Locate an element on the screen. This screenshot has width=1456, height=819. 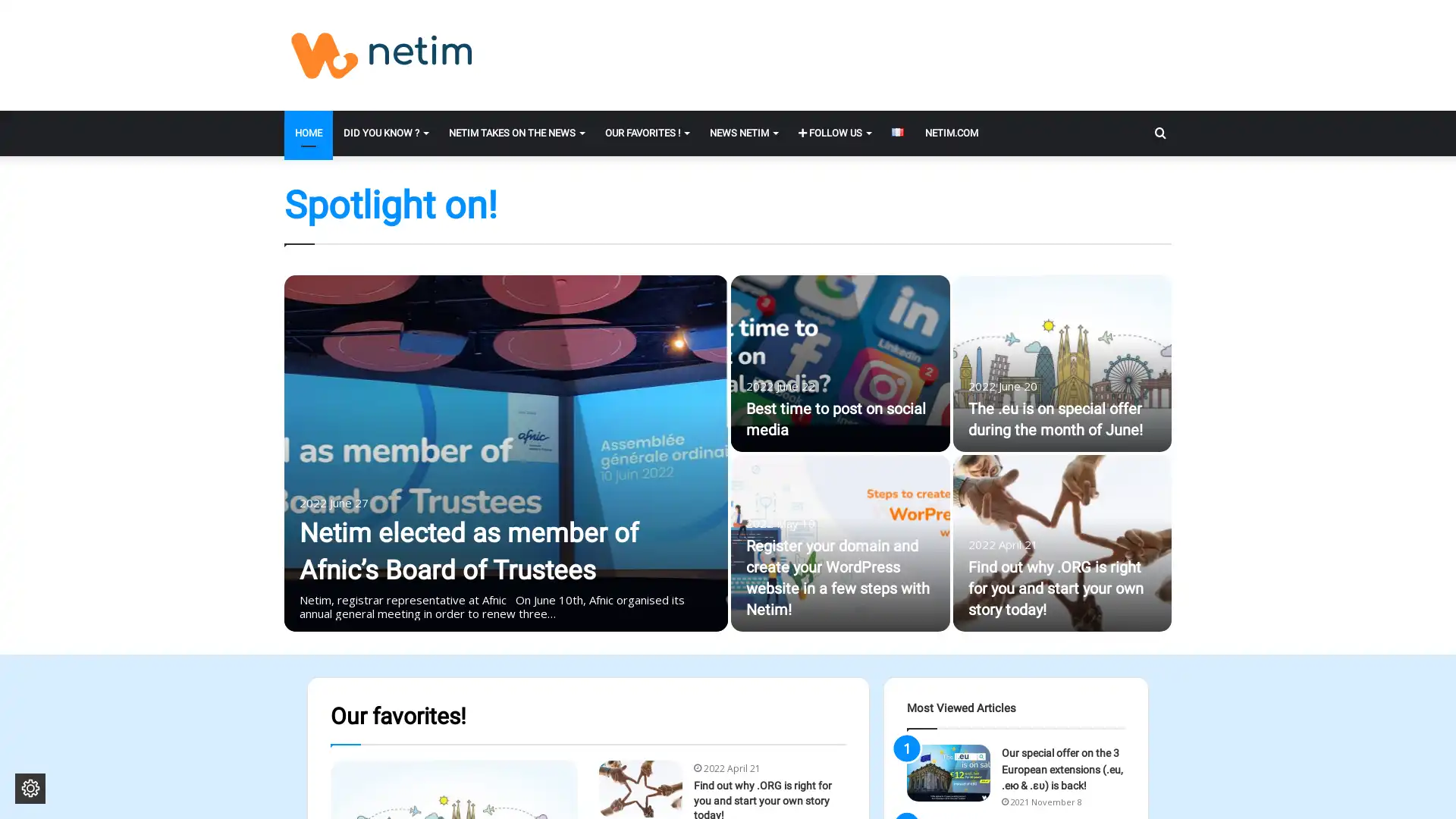
Change cookie settings is located at coordinates (30, 788).